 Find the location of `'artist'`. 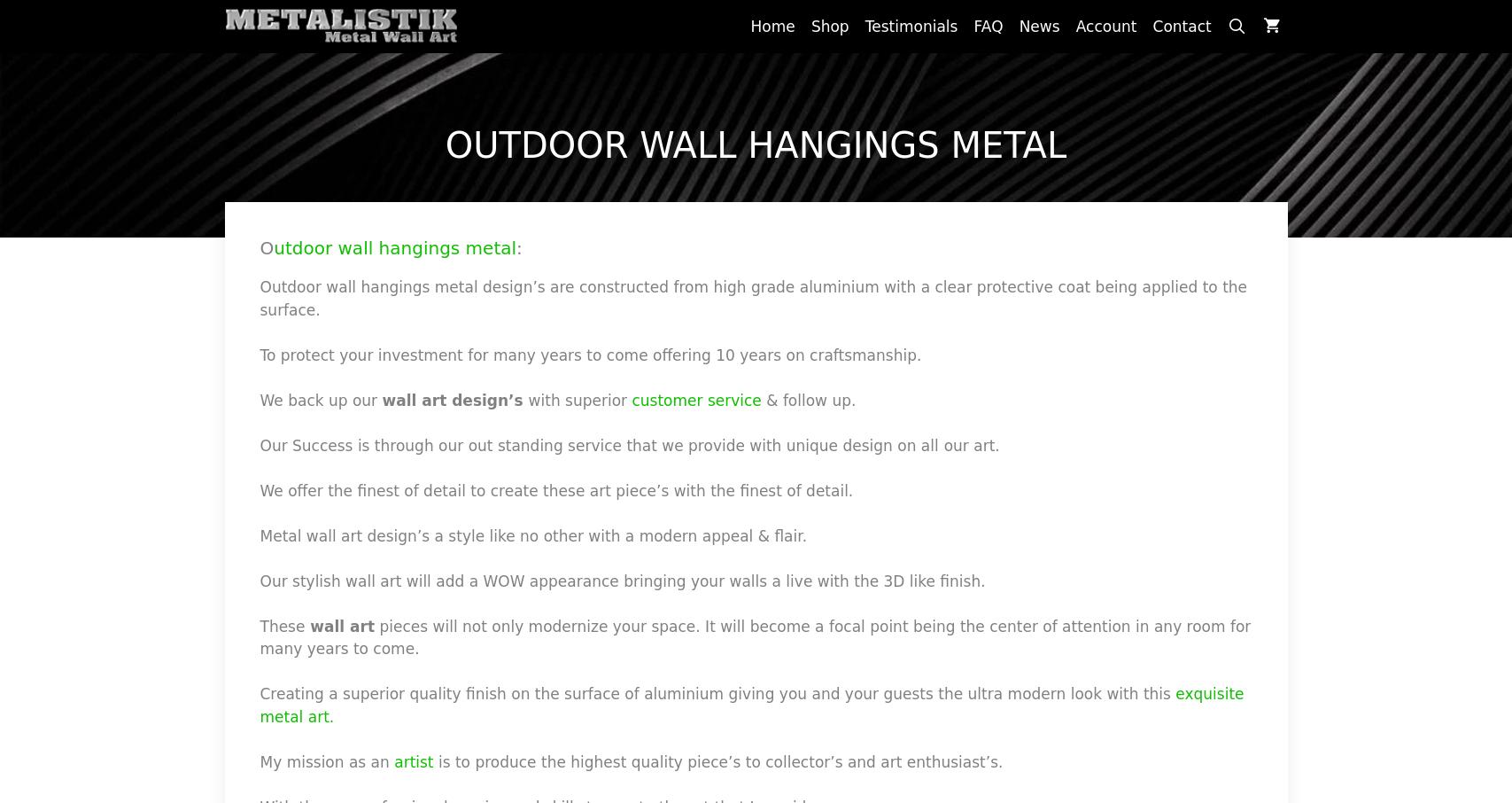

'artist' is located at coordinates (414, 760).